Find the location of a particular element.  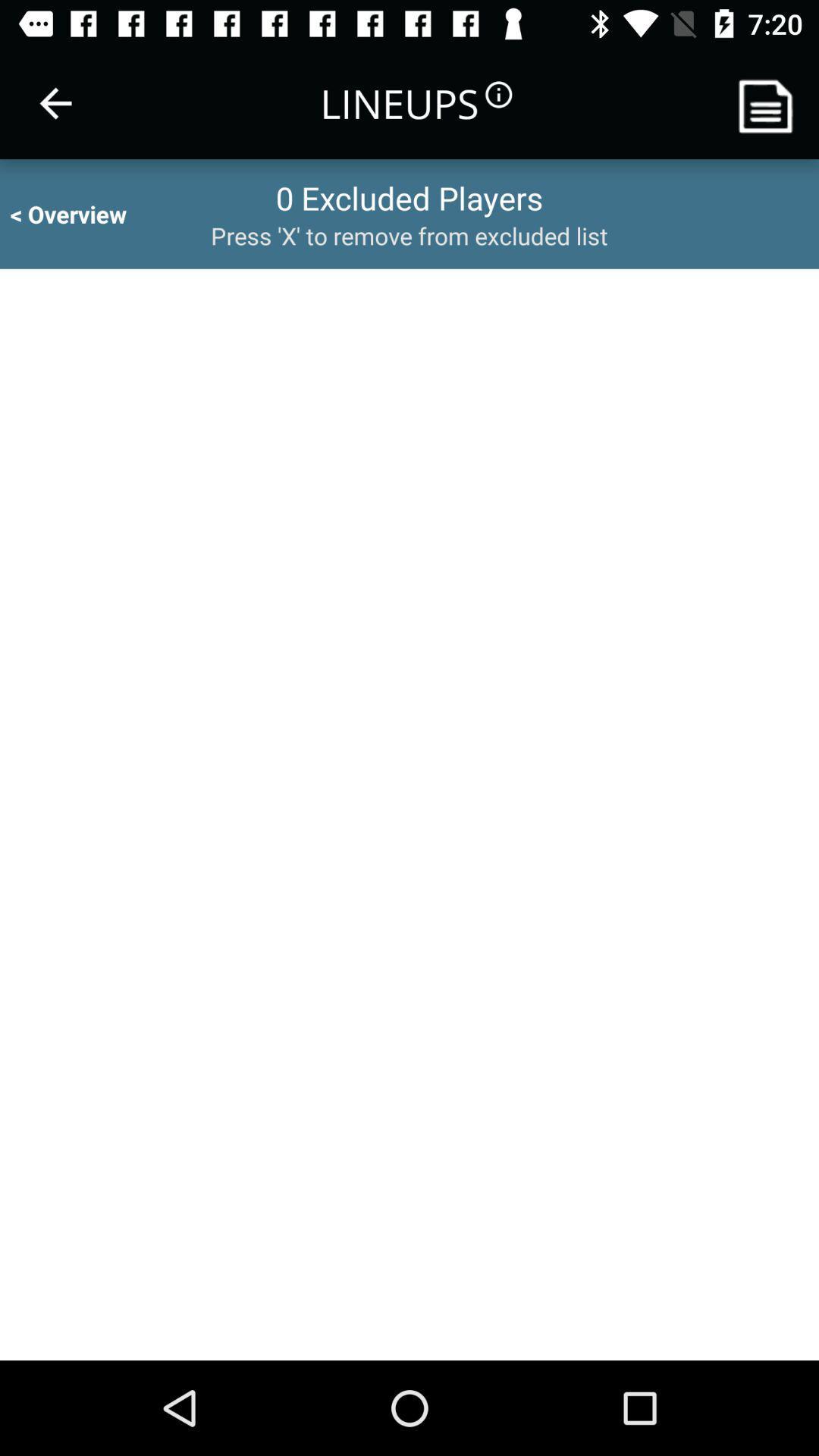

item next to the 0 excluded players icon is located at coordinates (82, 213).